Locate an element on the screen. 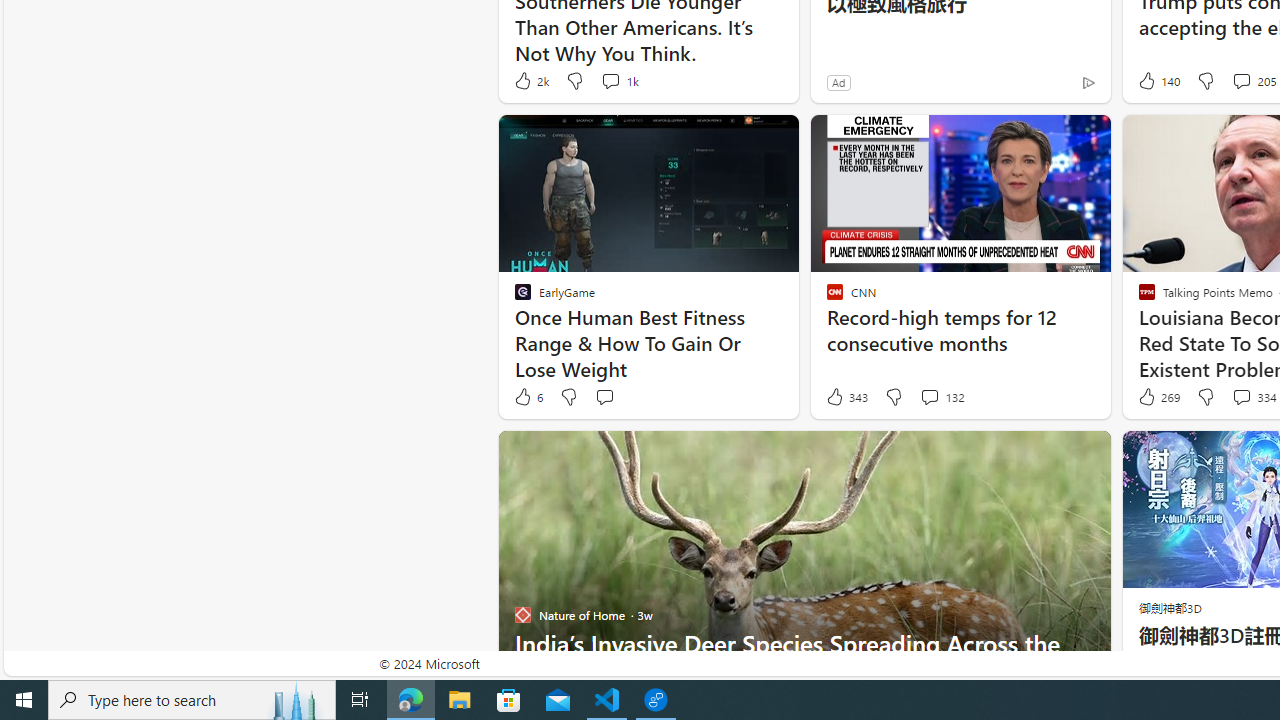  '343 Like' is located at coordinates (846, 397).